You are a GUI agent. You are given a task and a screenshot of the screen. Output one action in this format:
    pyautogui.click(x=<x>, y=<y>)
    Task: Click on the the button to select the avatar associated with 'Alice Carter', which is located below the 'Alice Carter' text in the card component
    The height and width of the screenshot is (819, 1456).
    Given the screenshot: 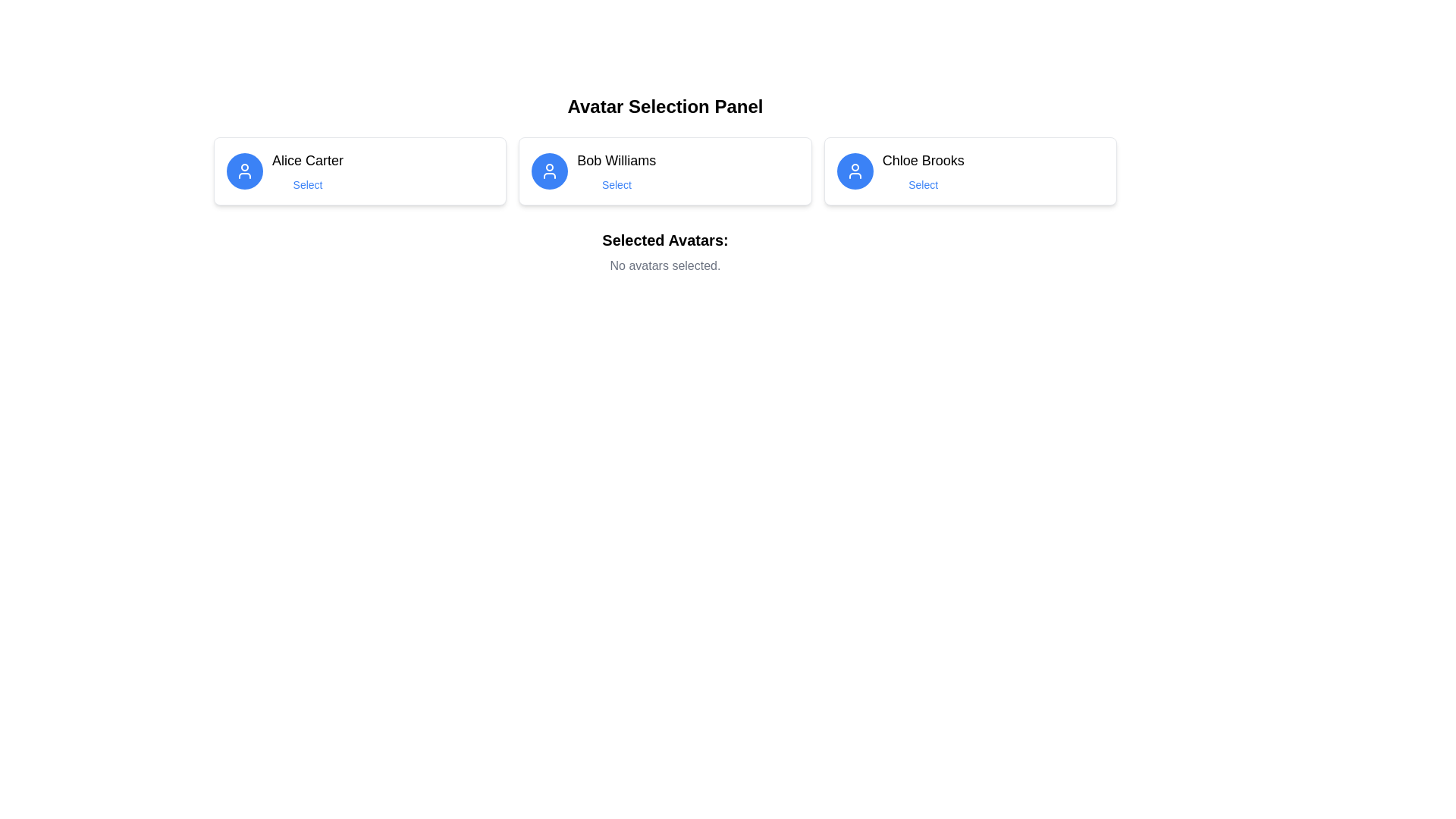 What is the action you would take?
    pyautogui.click(x=307, y=184)
    